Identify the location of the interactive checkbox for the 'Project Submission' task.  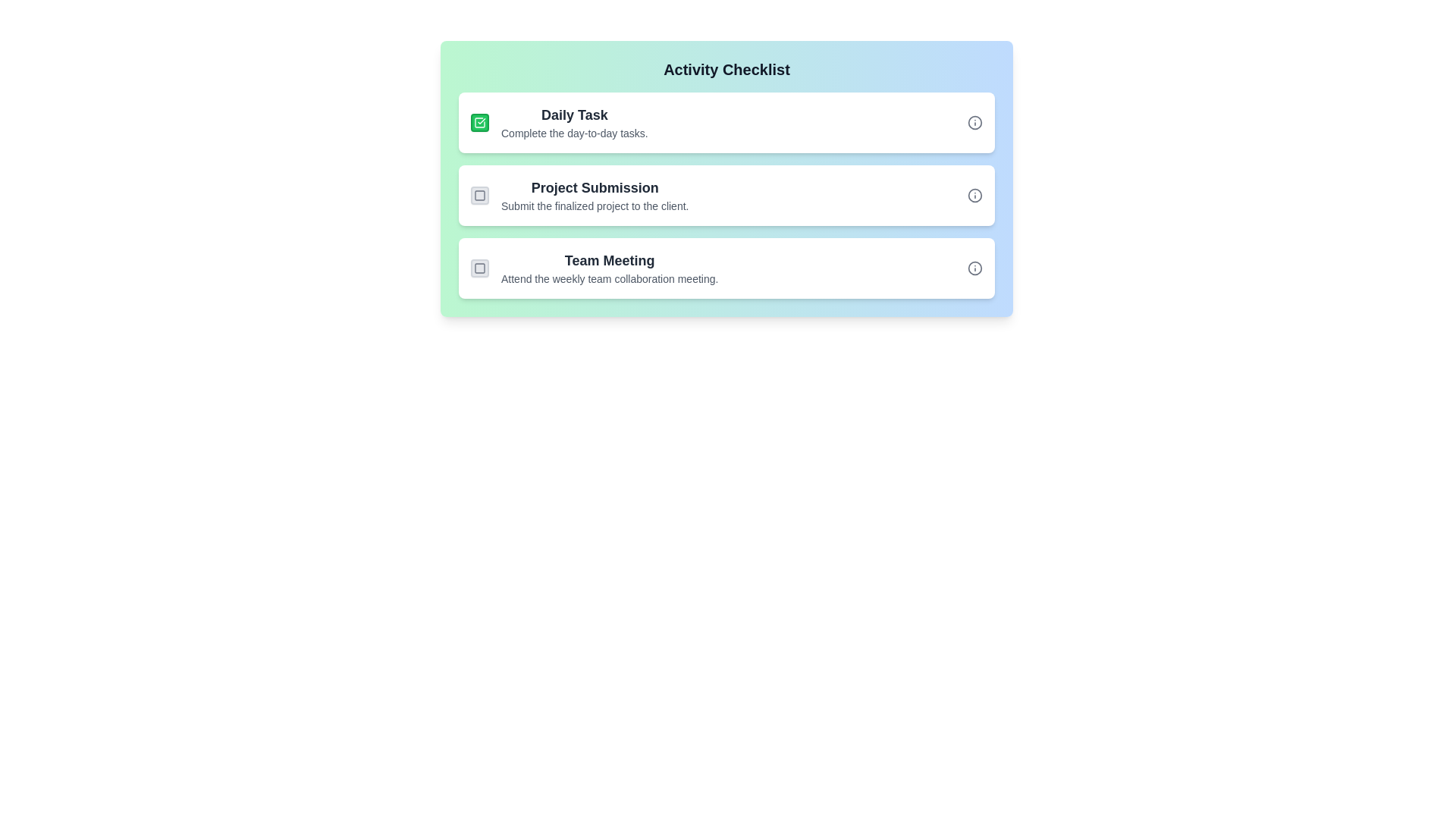
(479, 195).